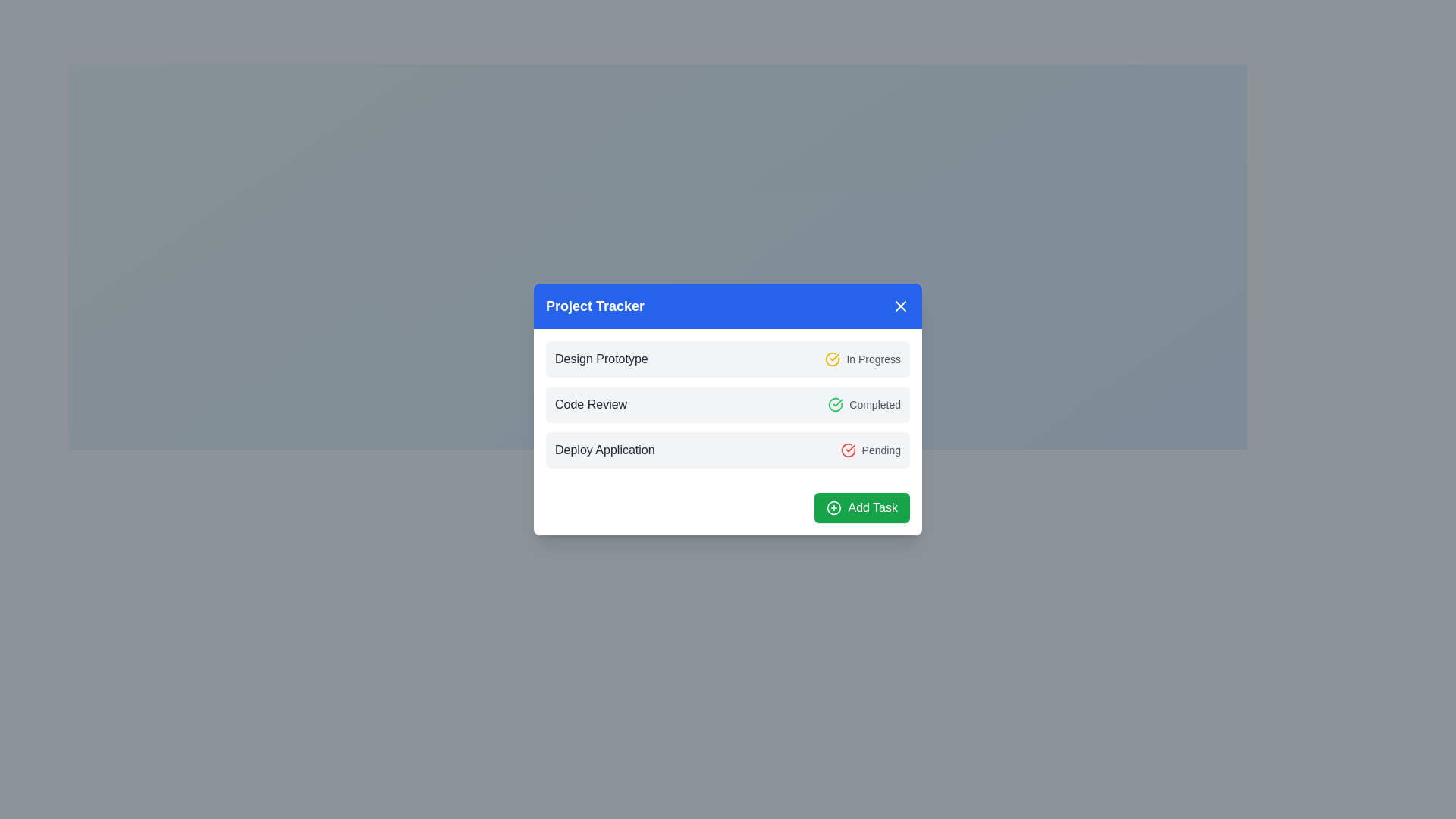 This screenshot has height=819, width=1456. What do you see at coordinates (901, 306) in the screenshot?
I see `the close button located in the upper-right corner of the blue header section titled 'Project Tracker'` at bounding box center [901, 306].